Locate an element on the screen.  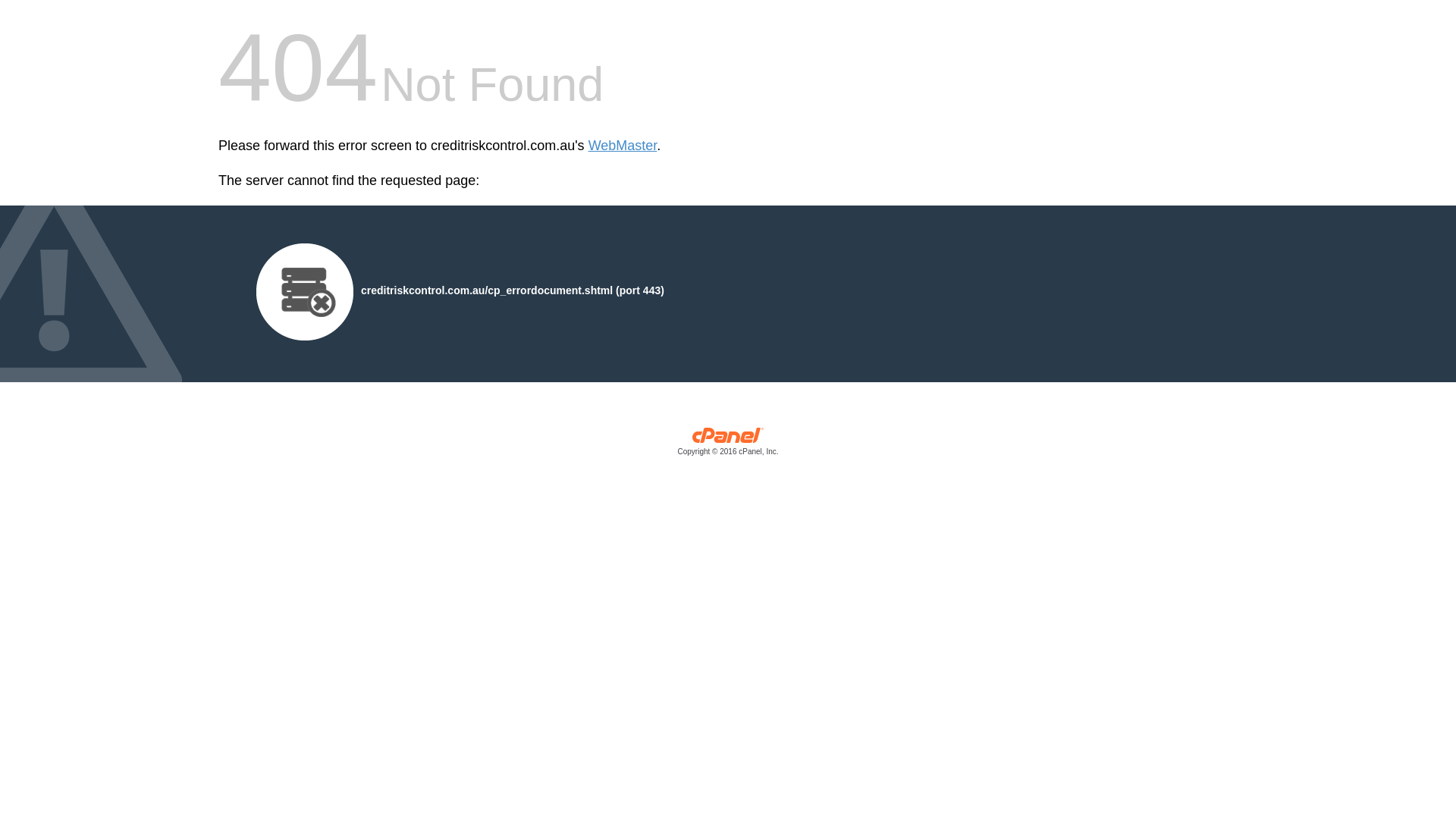
'WebMaster' is located at coordinates (623, 146).